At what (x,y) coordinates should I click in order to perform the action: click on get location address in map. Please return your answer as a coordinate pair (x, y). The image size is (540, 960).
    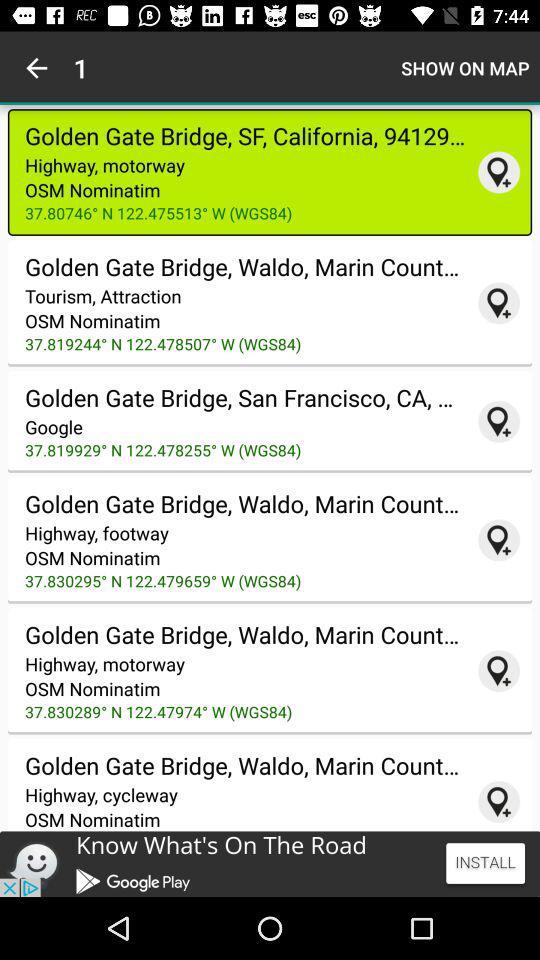
    Looking at the image, I should click on (498, 802).